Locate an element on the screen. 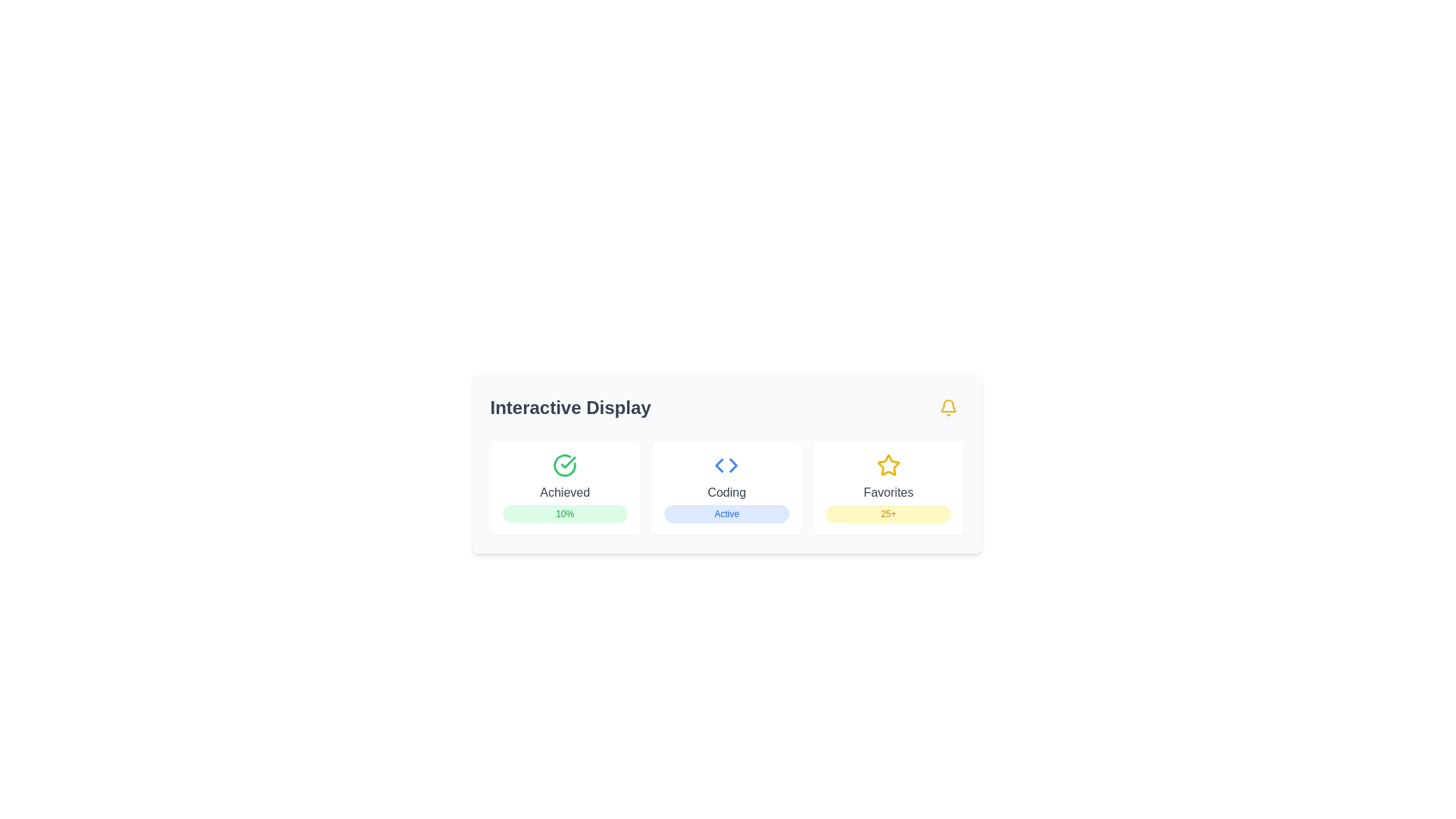  the 'Active' coding status card is located at coordinates (726, 488).